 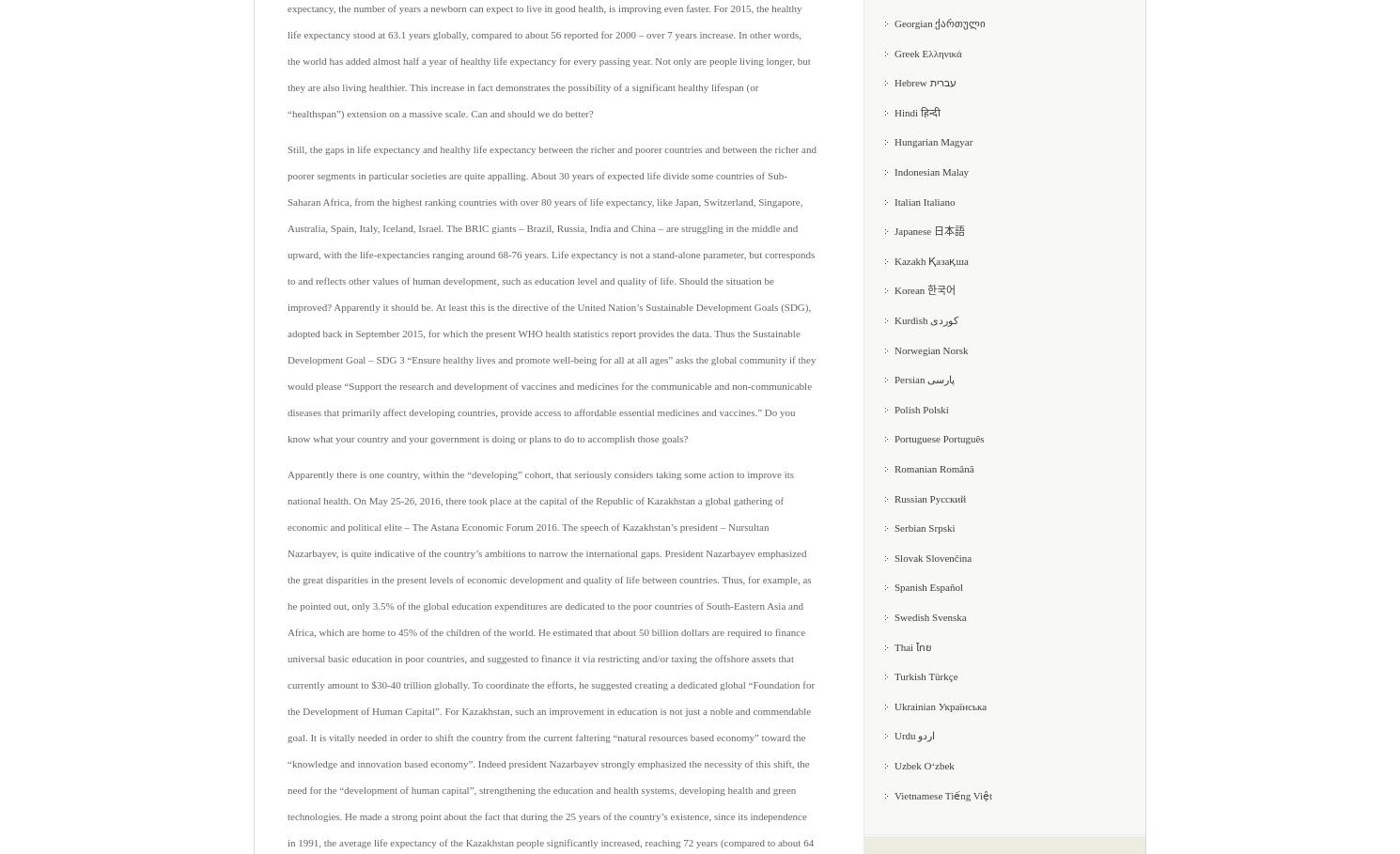 What do you see at coordinates (894, 379) in the screenshot?
I see `'Persian پارسی'` at bounding box center [894, 379].